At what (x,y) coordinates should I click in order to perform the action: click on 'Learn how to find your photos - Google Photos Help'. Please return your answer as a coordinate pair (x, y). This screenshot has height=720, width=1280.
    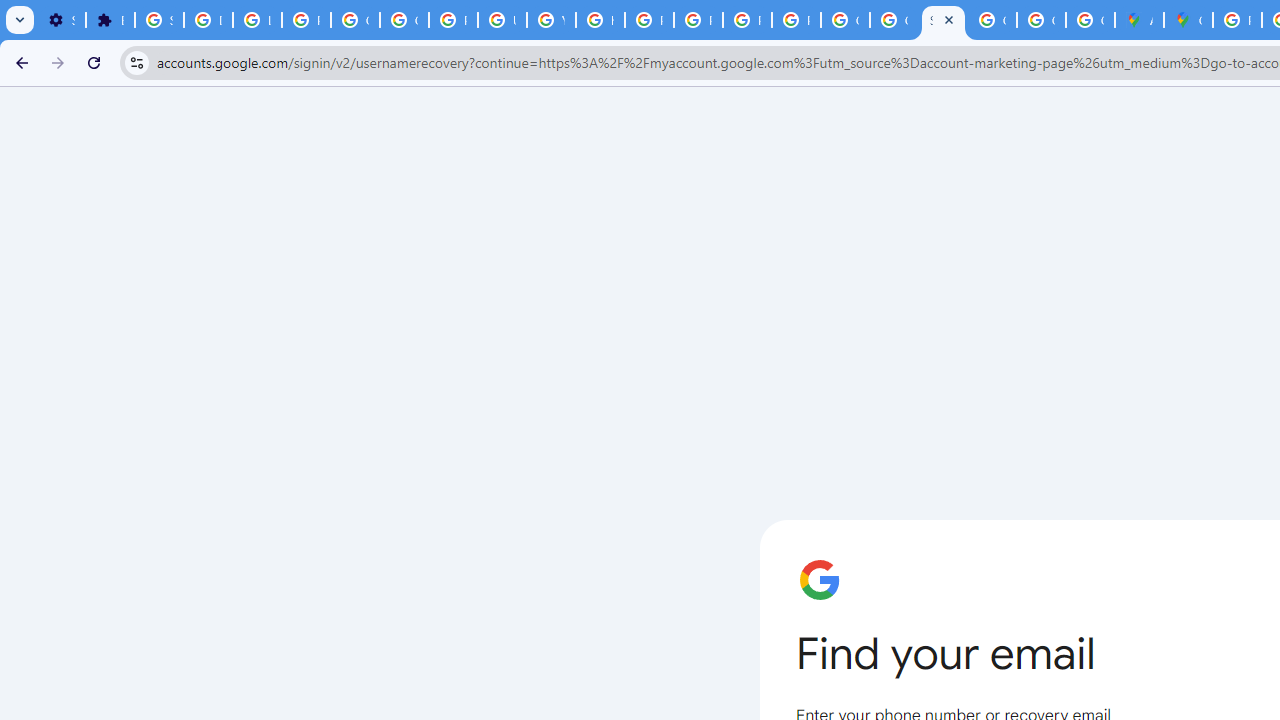
    Looking at the image, I should click on (256, 20).